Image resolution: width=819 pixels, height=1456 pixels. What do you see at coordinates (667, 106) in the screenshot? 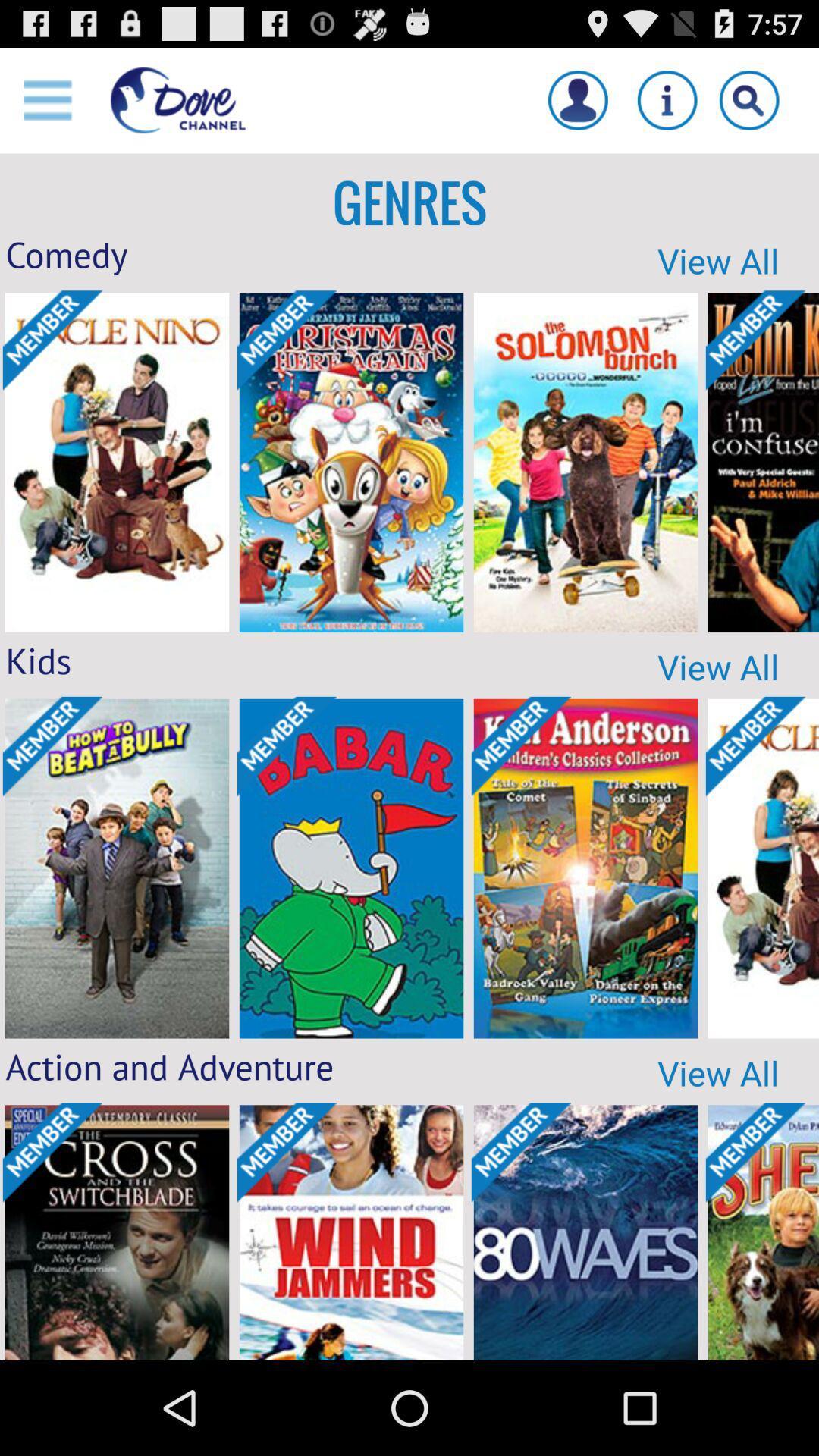
I see `the info icon` at bounding box center [667, 106].